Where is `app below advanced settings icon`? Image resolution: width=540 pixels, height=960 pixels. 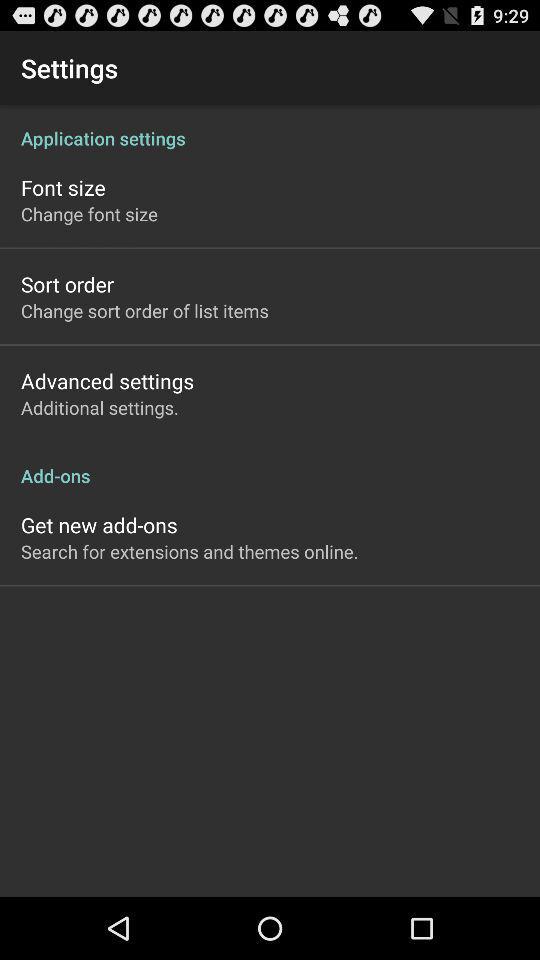 app below advanced settings icon is located at coordinates (98, 406).